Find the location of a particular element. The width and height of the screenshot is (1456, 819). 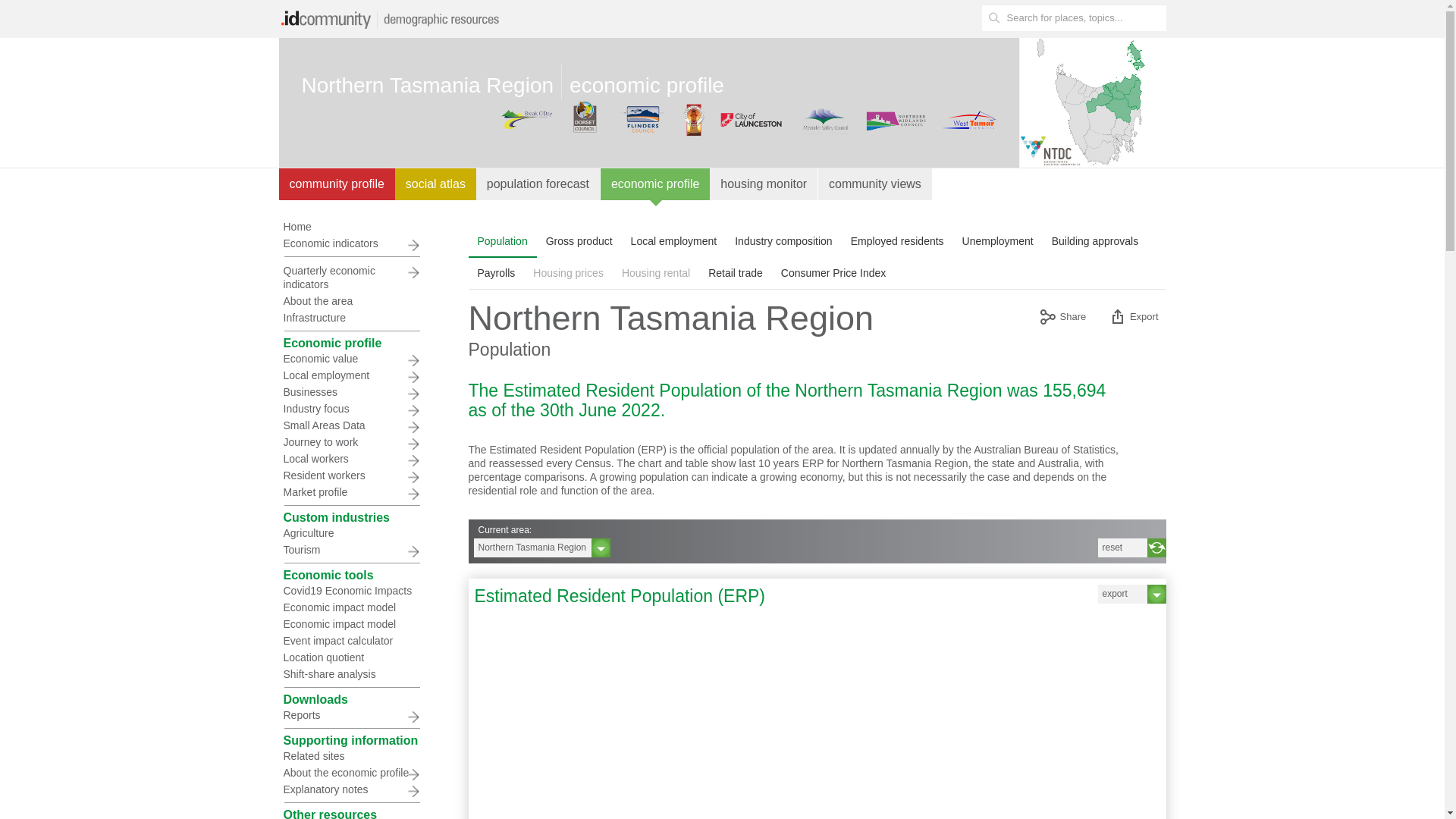

'Northern Tasmania Region' is located at coordinates (541, 548).